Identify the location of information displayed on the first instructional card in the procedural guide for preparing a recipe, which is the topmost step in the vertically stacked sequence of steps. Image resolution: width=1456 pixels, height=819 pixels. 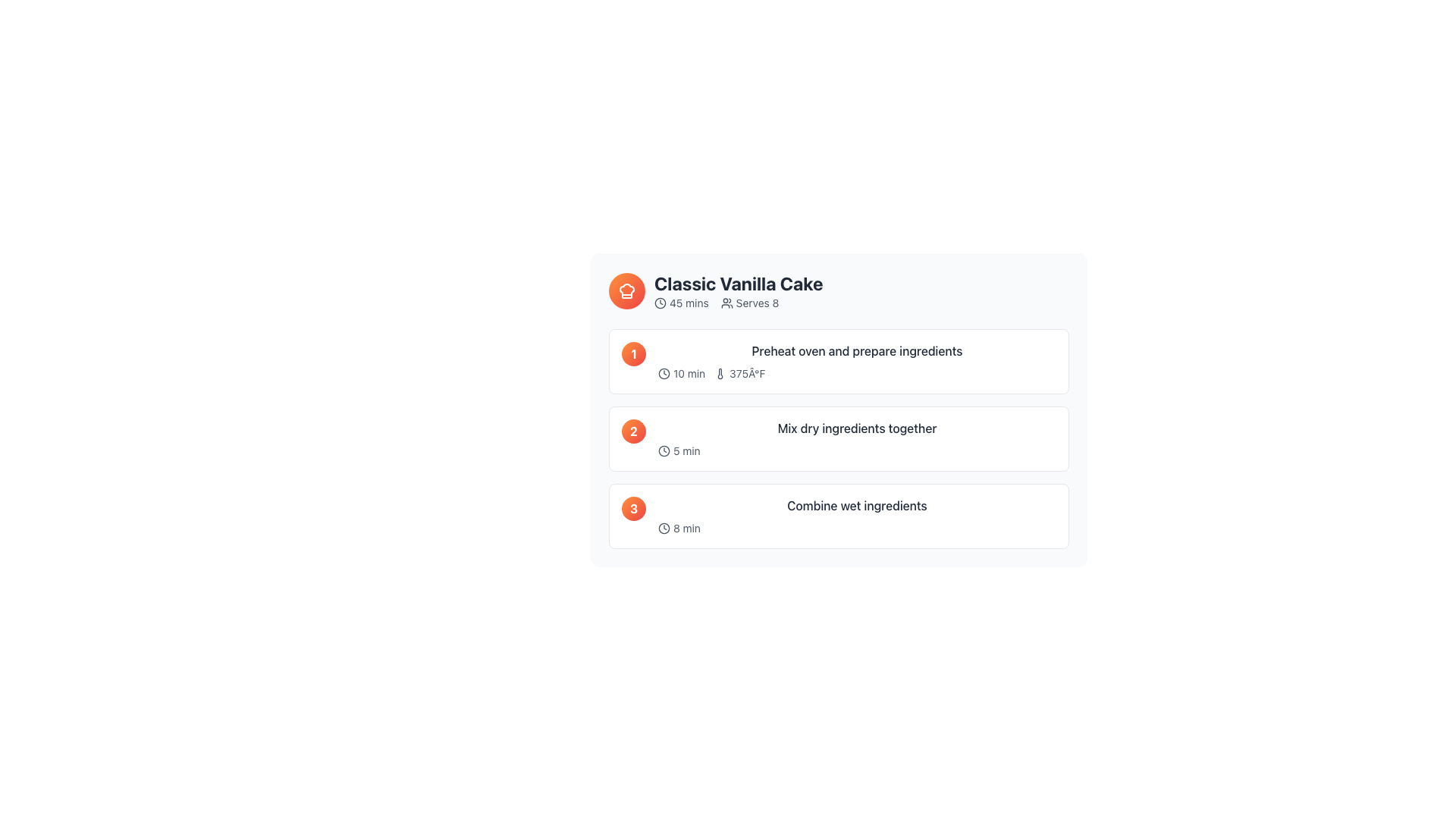
(838, 362).